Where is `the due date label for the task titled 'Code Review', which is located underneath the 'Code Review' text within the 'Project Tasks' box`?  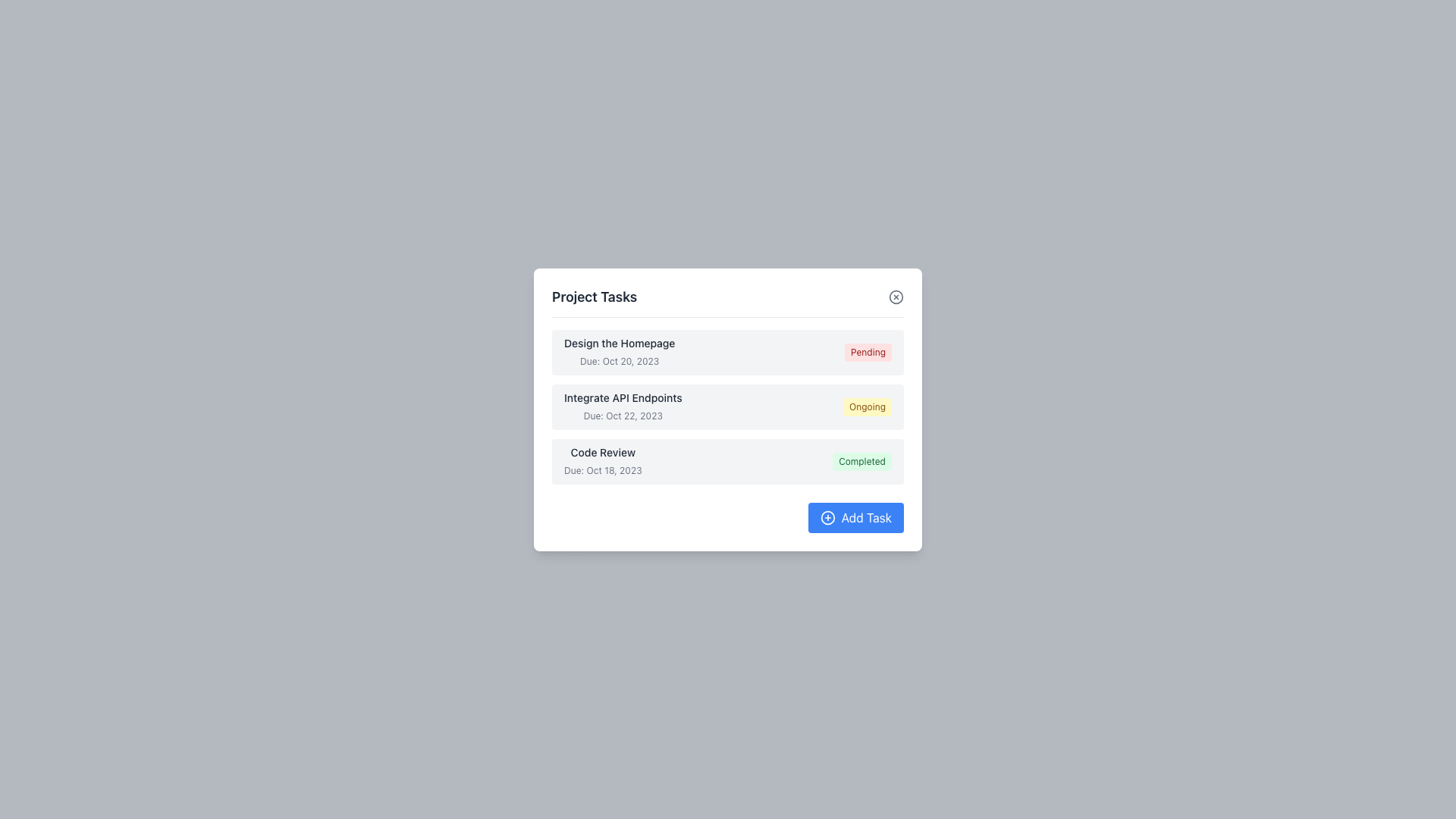
the due date label for the task titled 'Code Review', which is located underneath the 'Code Review' text within the 'Project Tasks' box is located at coordinates (602, 469).